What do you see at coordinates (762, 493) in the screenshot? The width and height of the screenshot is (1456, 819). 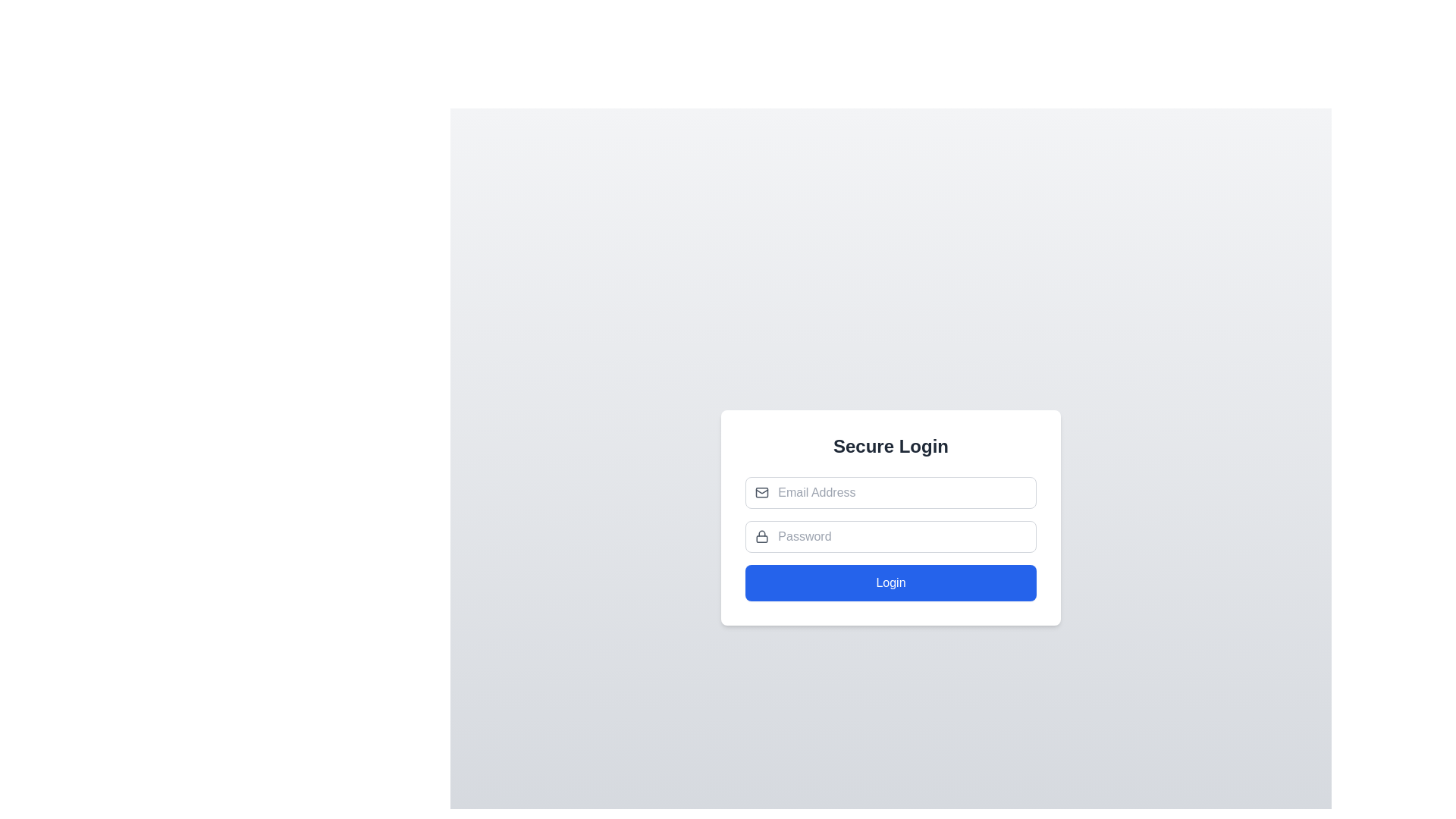 I see `the mail or envelope icon located to the immediate left of the 'Email Address' input field within the login form` at bounding box center [762, 493].